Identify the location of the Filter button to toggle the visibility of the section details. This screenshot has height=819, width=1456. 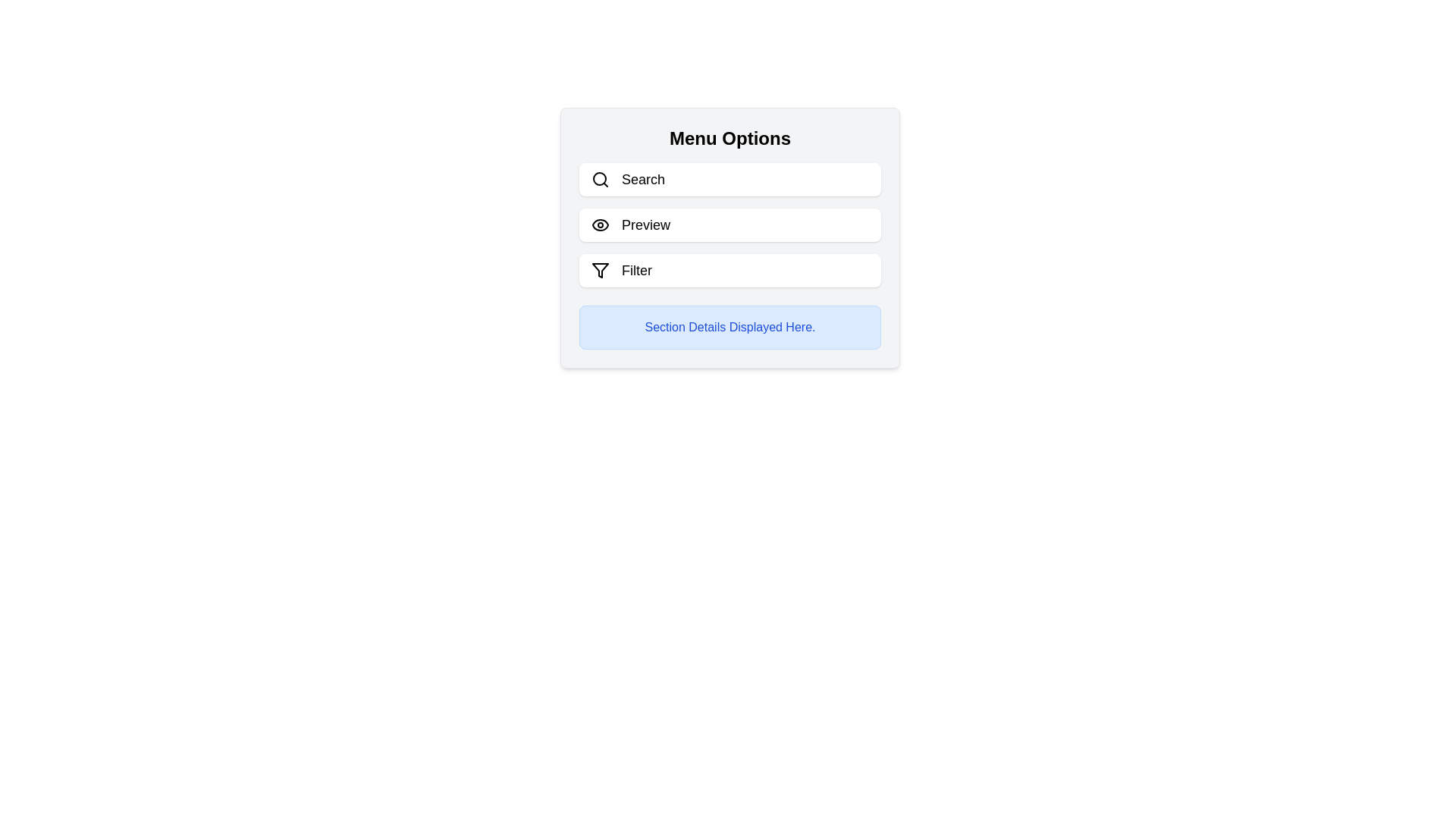
(730, 270).